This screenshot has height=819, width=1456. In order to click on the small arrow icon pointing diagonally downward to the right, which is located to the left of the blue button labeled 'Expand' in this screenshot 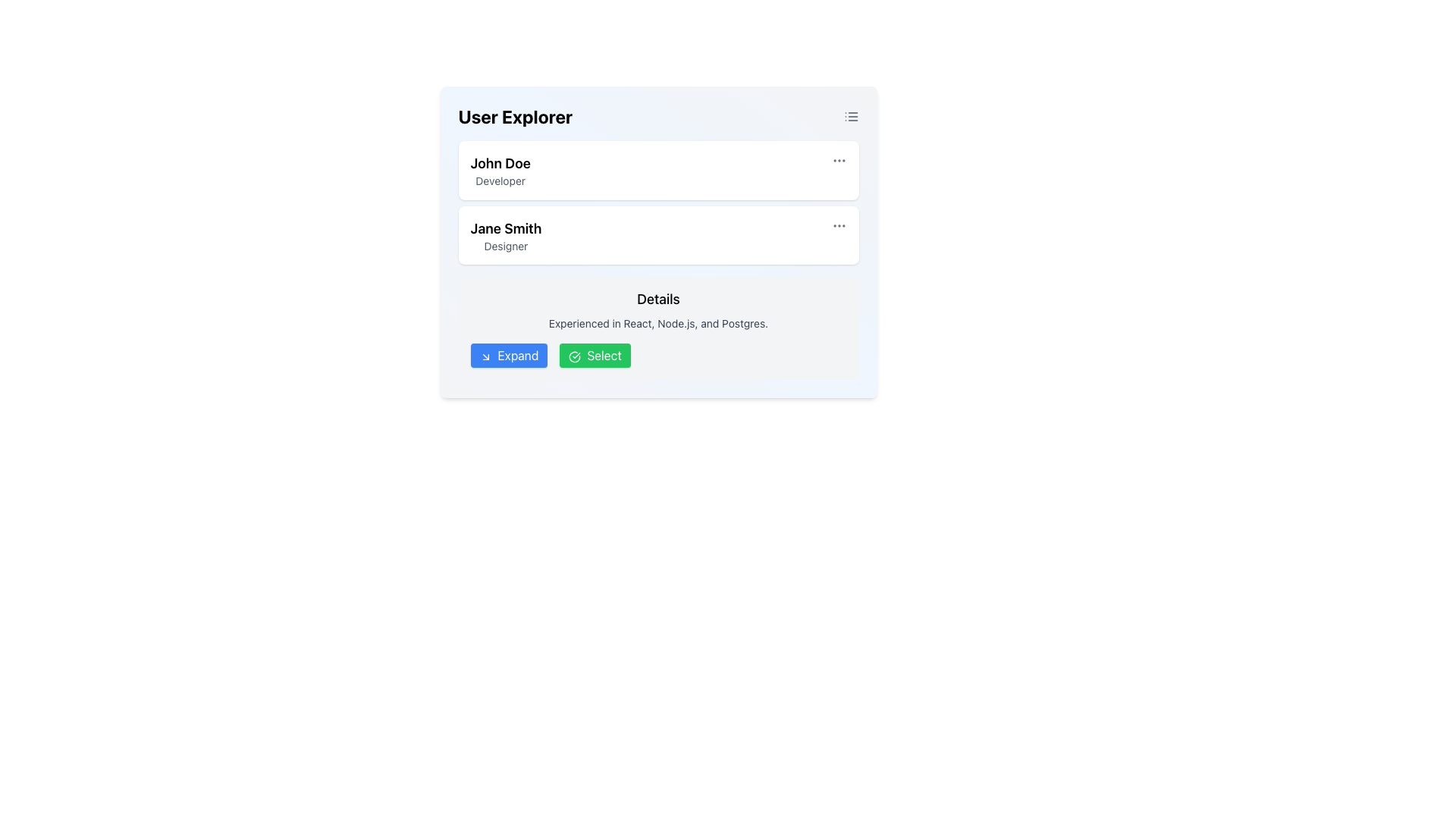, I will do `click(485, 356)`.